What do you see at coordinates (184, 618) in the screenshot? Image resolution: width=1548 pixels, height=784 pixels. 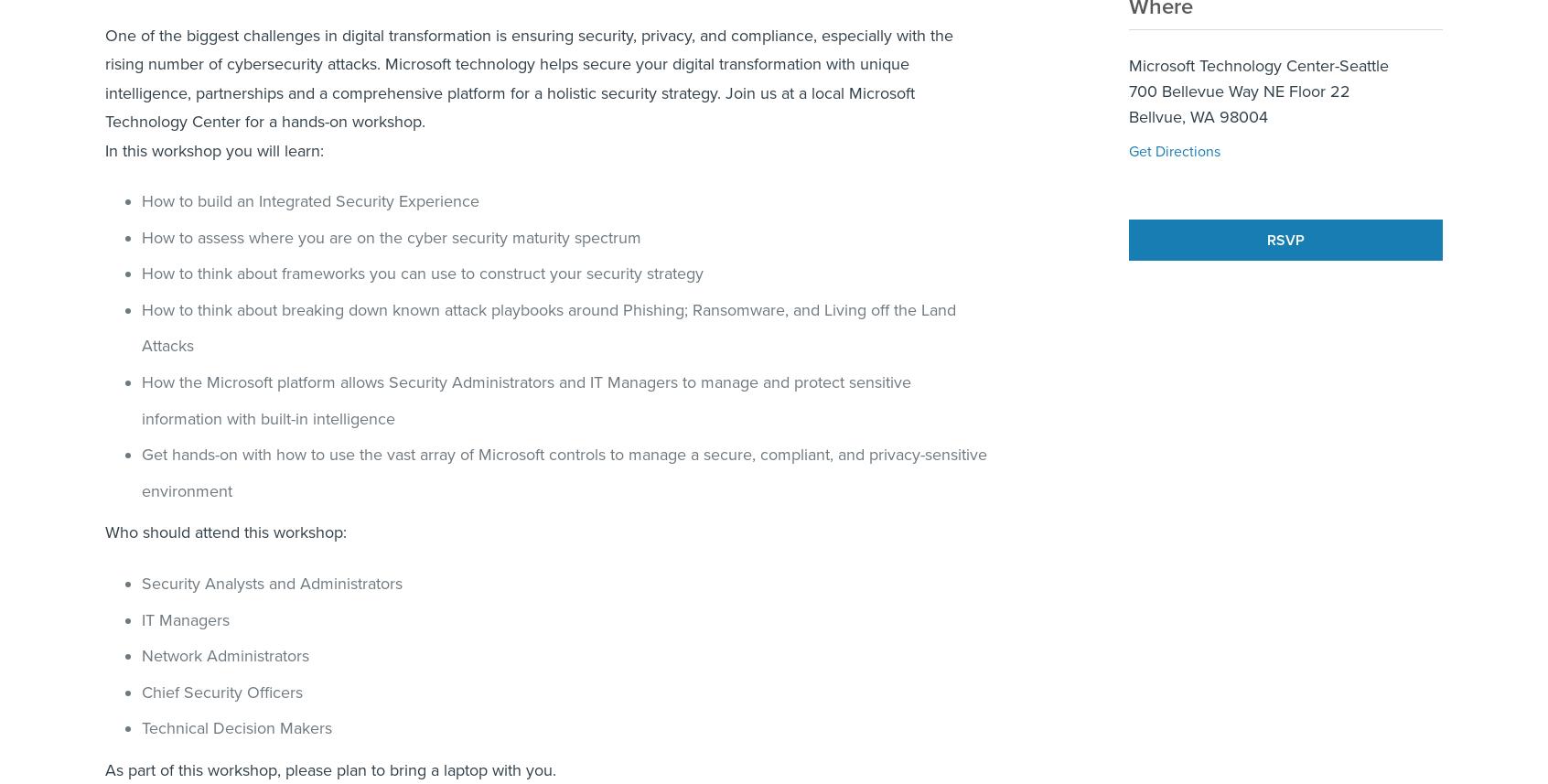 I see `'IT Managers'` at bounding box center [184, 618].